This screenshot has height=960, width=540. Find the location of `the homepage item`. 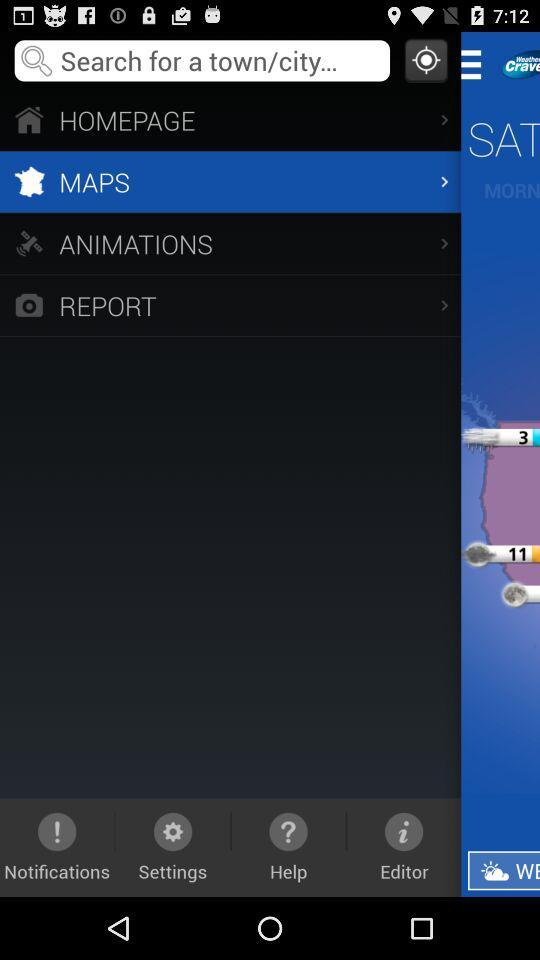

the homepage item is located at coordinates (229, 119).